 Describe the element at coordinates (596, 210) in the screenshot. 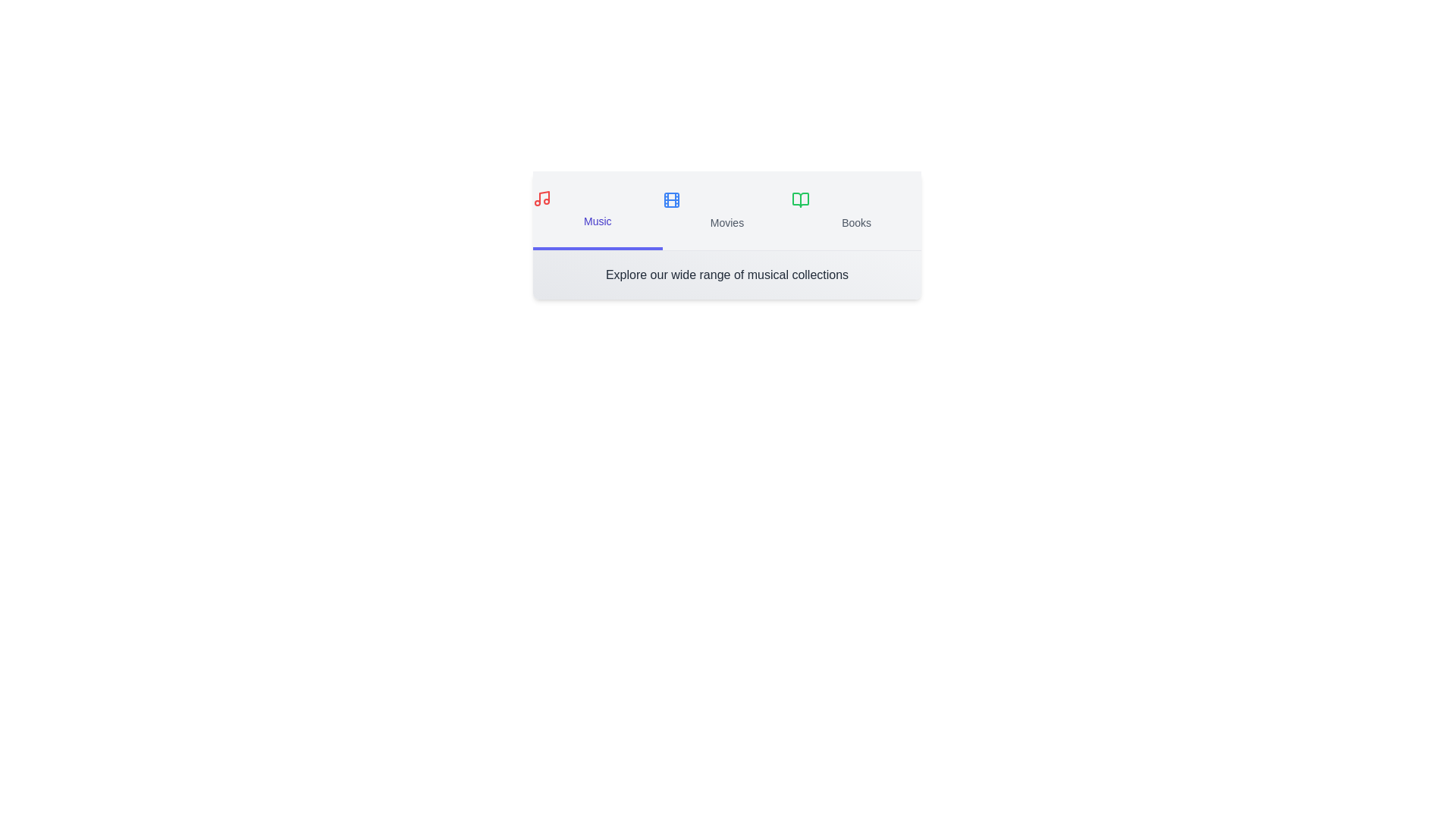

I see `the Music tab to switch to its section` at that location.